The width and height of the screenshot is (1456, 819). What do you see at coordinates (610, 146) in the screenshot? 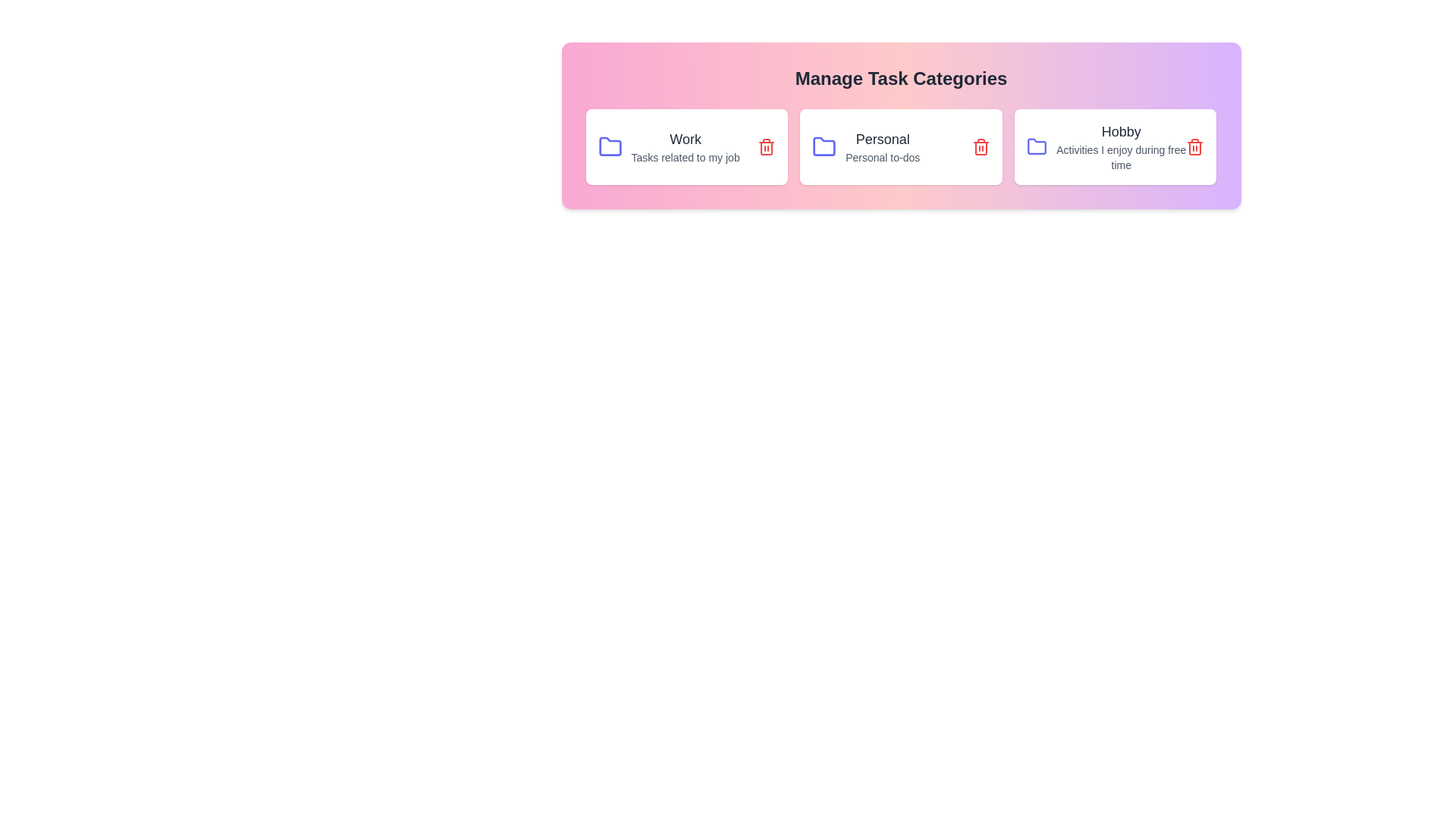
I see `the folder icon associated with the category Work` at bounding box center [610, 146].